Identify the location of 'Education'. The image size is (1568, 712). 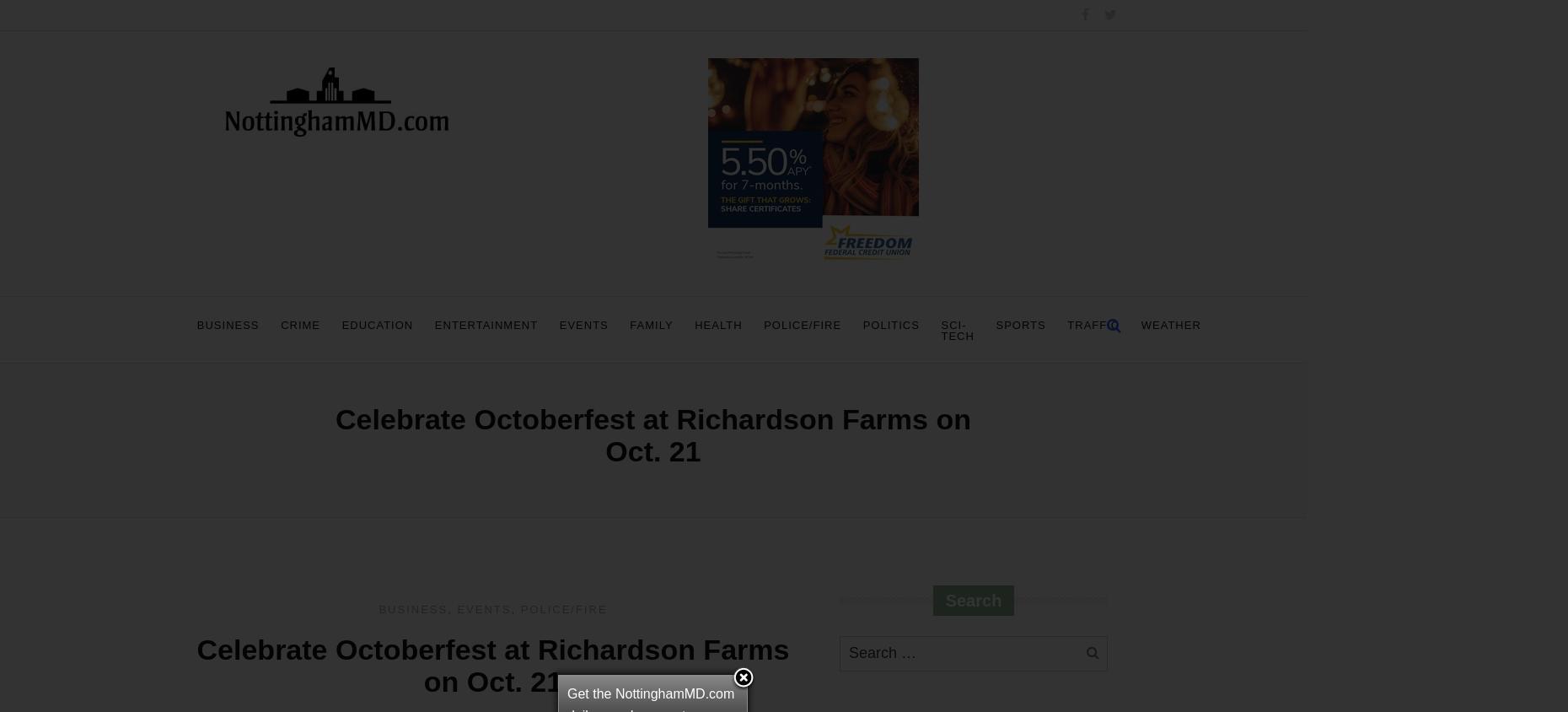
(377, 324).